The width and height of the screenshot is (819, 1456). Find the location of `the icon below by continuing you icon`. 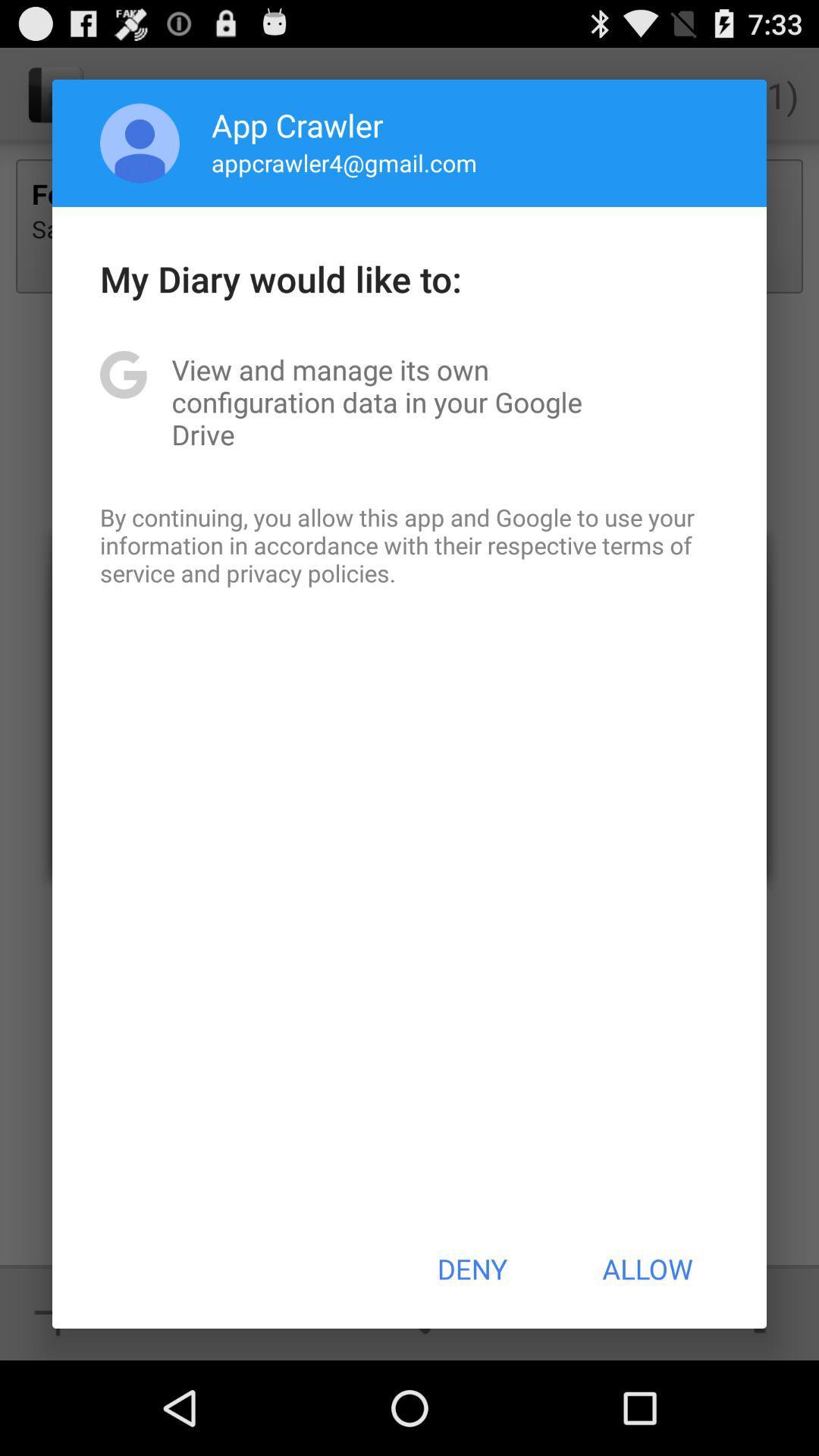

the icon below by continuing you icon is located at coordinates (471, 1269).